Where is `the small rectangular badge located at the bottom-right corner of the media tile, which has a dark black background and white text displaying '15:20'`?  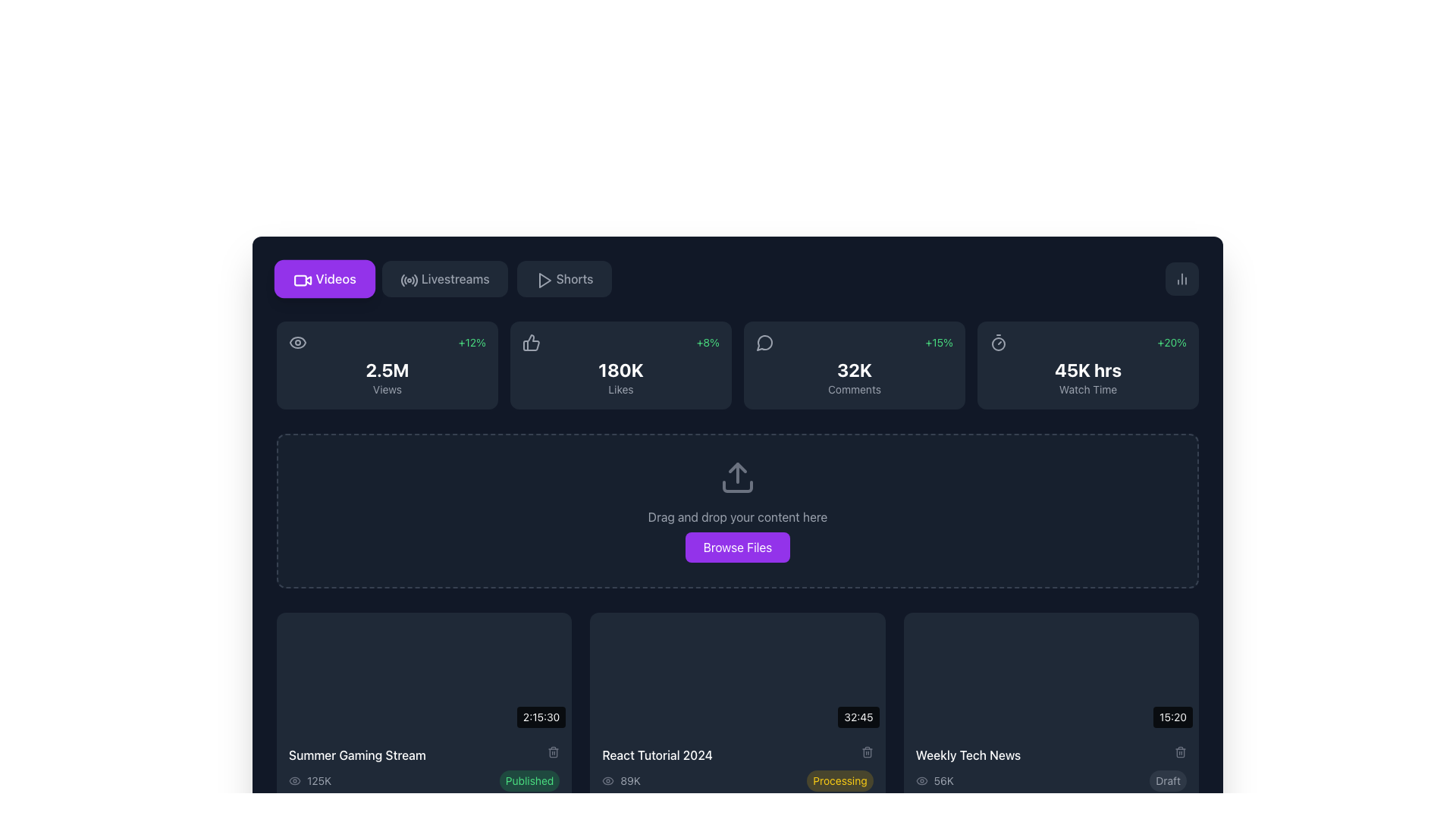 the small rectangular badge located at the bottom-right corner of the media tile, which has a dark black background and white text displaying '15:20' is located at coordinates (1172, 717).